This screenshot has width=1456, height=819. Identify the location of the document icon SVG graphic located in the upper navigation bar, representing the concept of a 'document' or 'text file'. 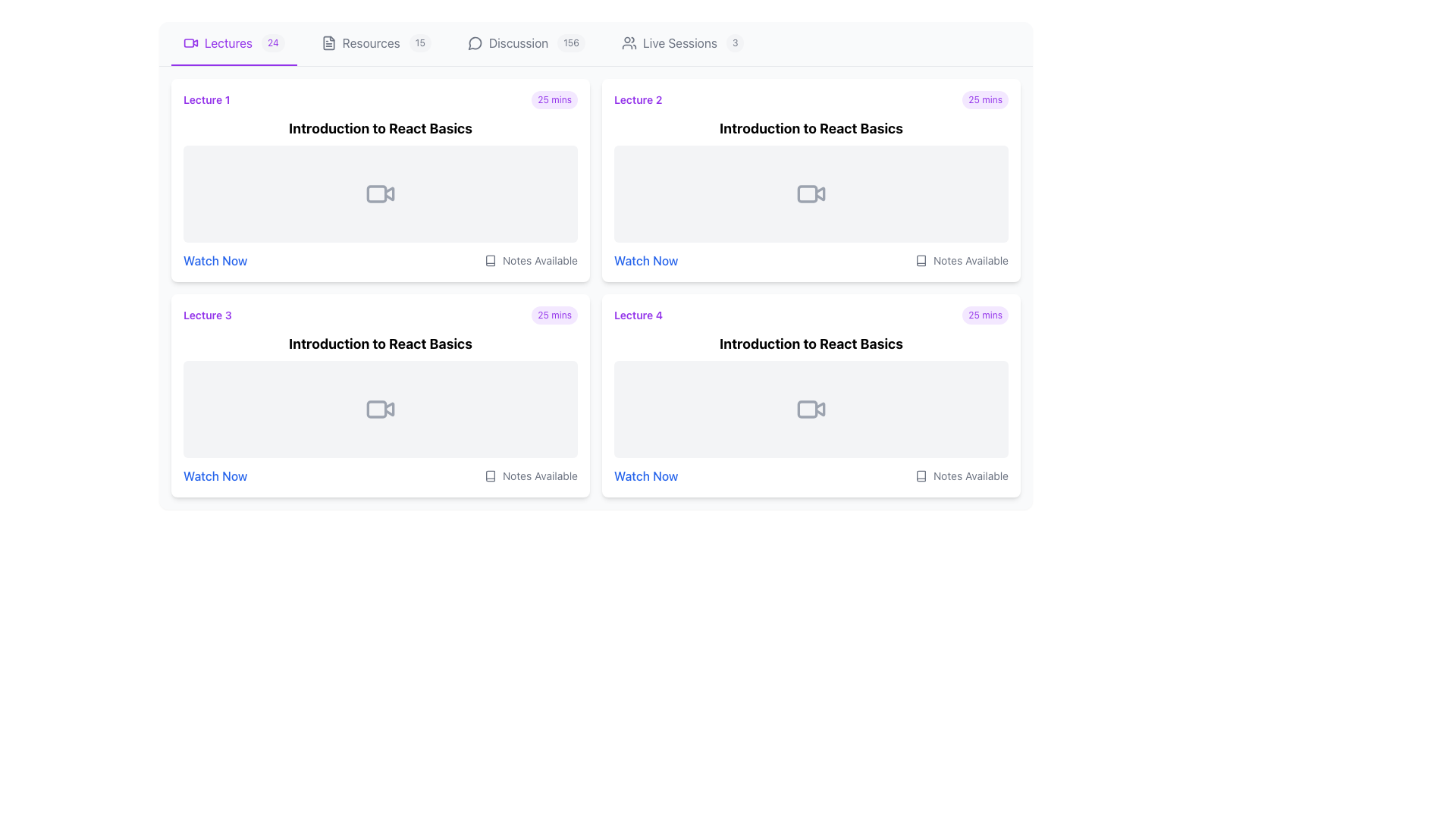
(328, 42).